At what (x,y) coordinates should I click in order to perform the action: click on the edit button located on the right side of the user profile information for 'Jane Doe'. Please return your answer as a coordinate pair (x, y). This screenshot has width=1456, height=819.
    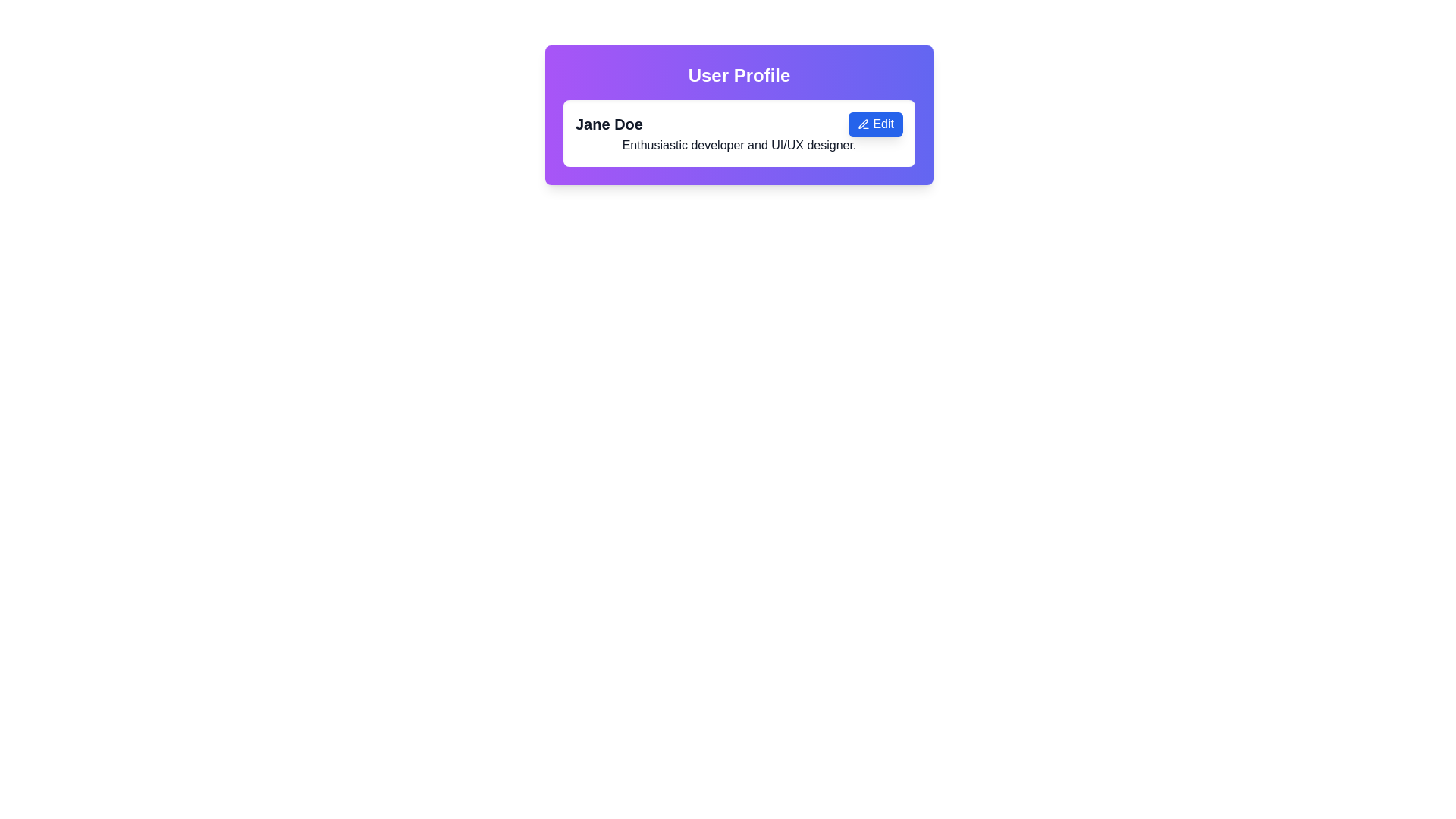
    Looking at the image, I should click on (876, 124).